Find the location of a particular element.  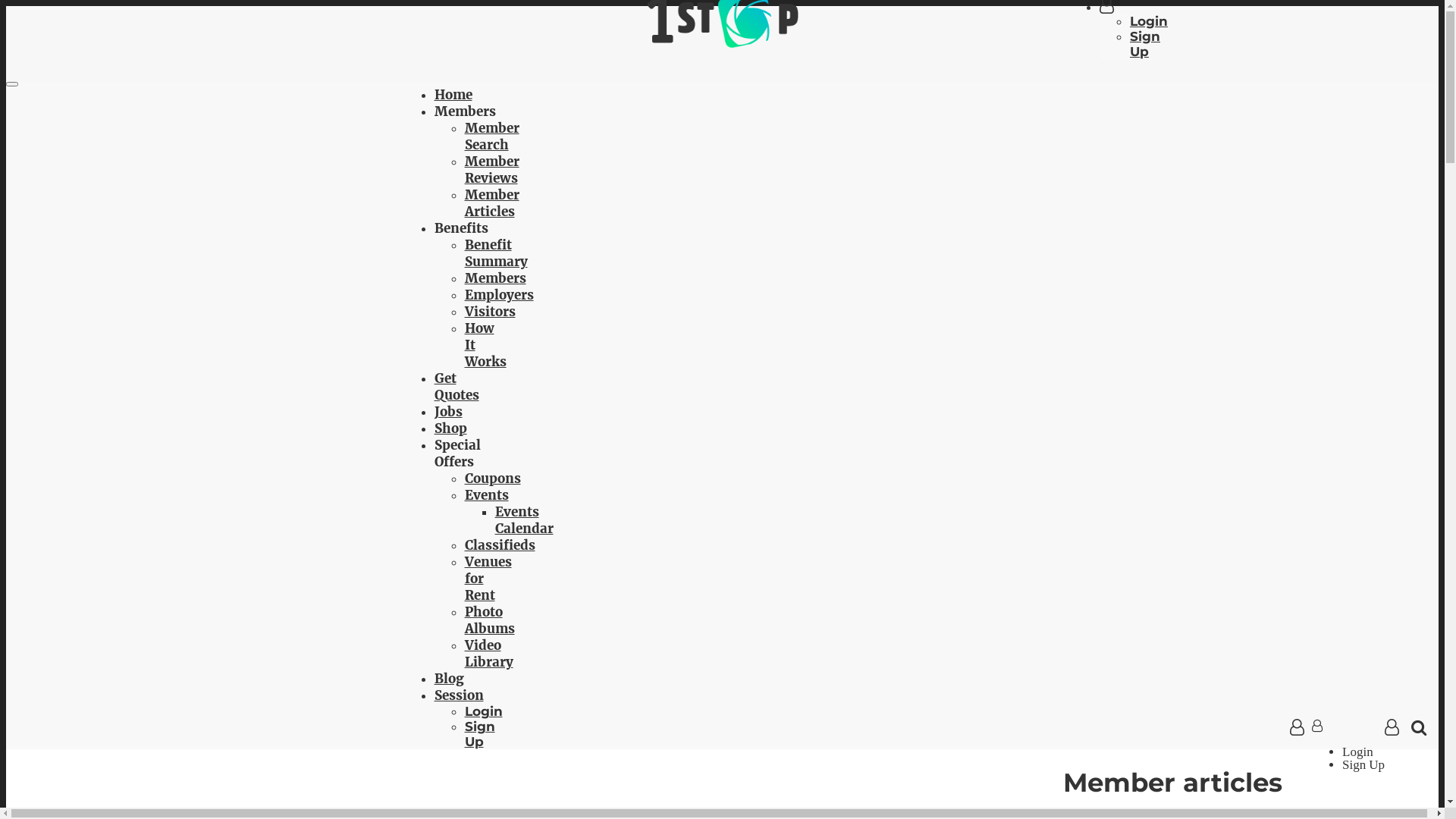

'Toggle navigation' is located at coordinates (11, 84).